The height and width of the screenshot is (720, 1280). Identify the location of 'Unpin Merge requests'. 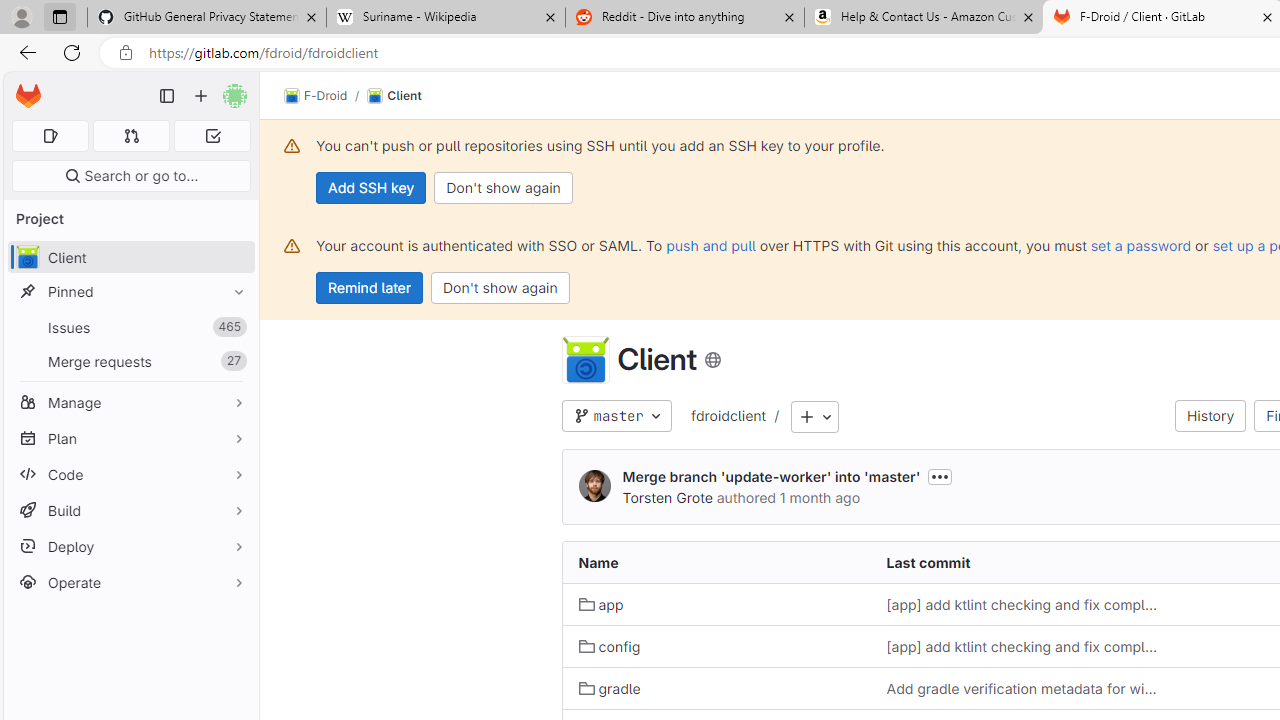
(234, 361).